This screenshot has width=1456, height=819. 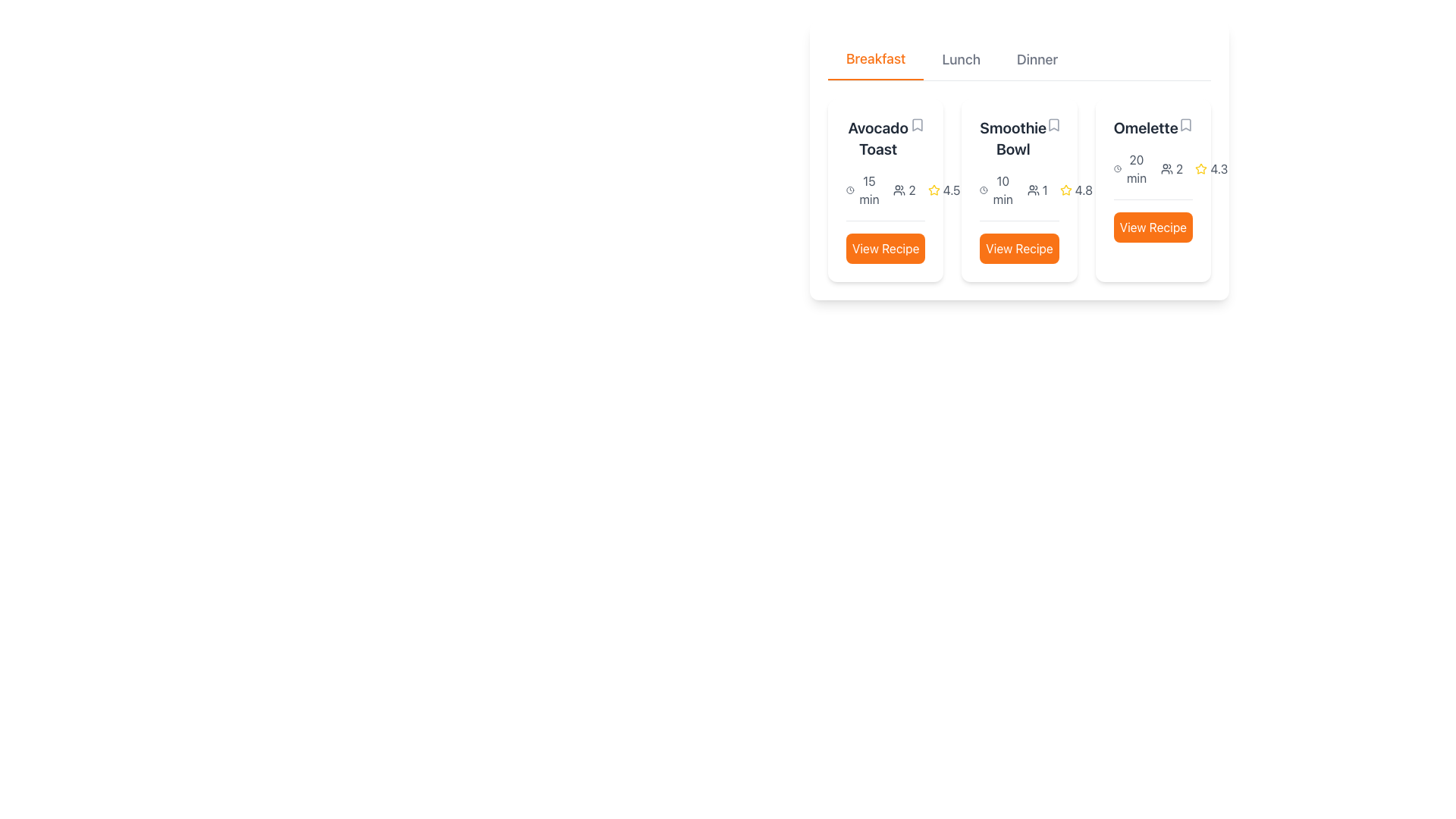 What do you see at coordinates (878, 138) in the screenshot?
I see `the 'Avocado Toast' text label which serves as a title for the card, located at the top of the leftmost card in a horizontally aligned card group` at bounding box center [878, 138].